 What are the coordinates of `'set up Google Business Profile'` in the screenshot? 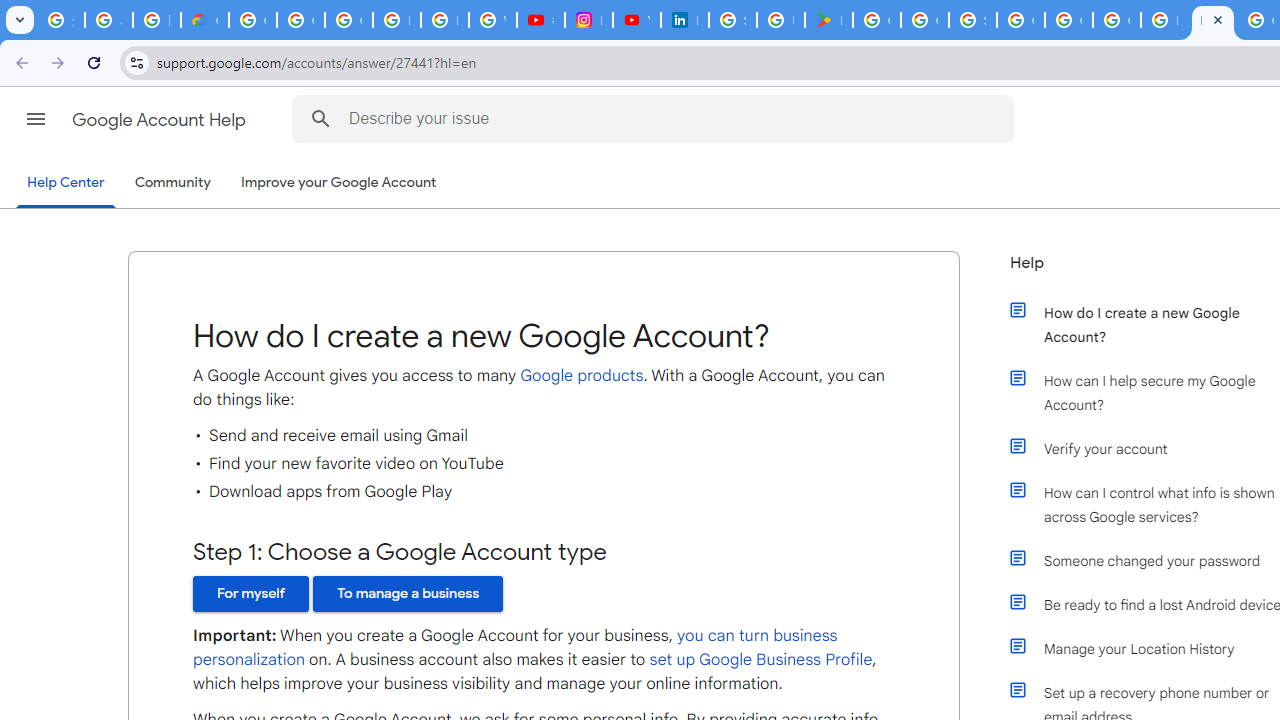 It's located at (759, 660).